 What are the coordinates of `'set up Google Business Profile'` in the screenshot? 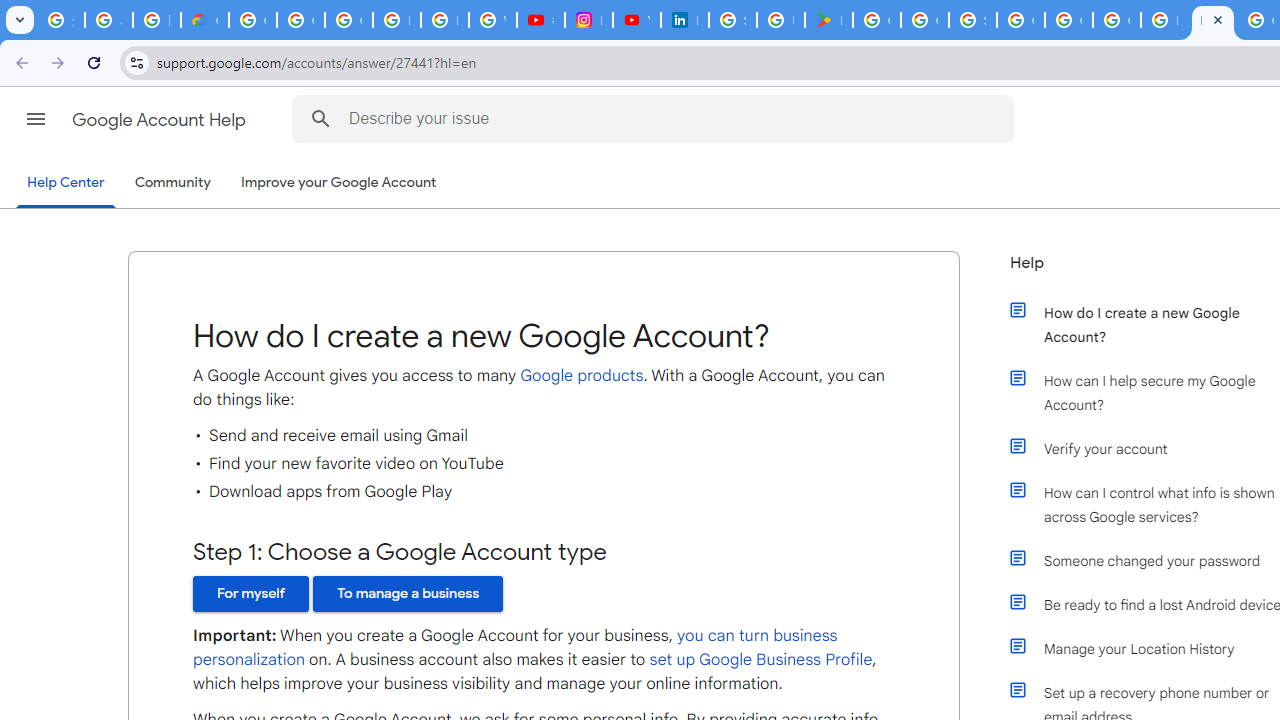 It's located at (759, 660).